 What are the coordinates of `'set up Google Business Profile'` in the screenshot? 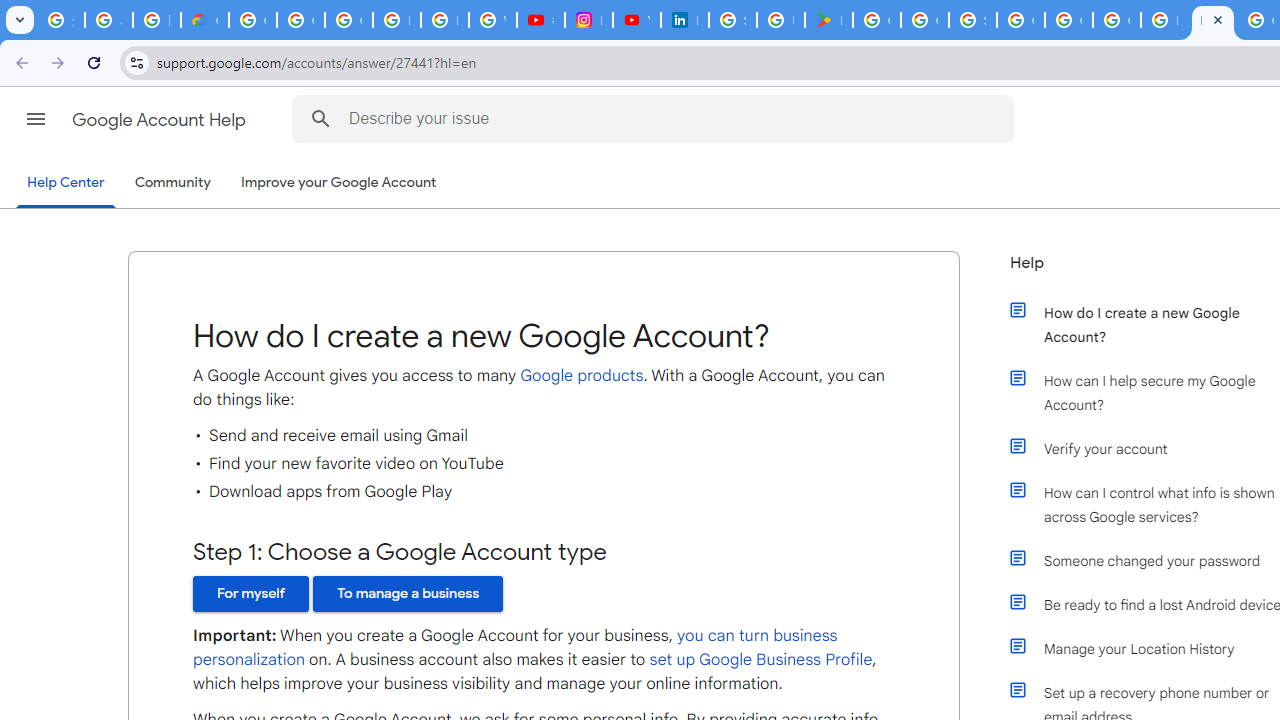 It's located at (759, 660).